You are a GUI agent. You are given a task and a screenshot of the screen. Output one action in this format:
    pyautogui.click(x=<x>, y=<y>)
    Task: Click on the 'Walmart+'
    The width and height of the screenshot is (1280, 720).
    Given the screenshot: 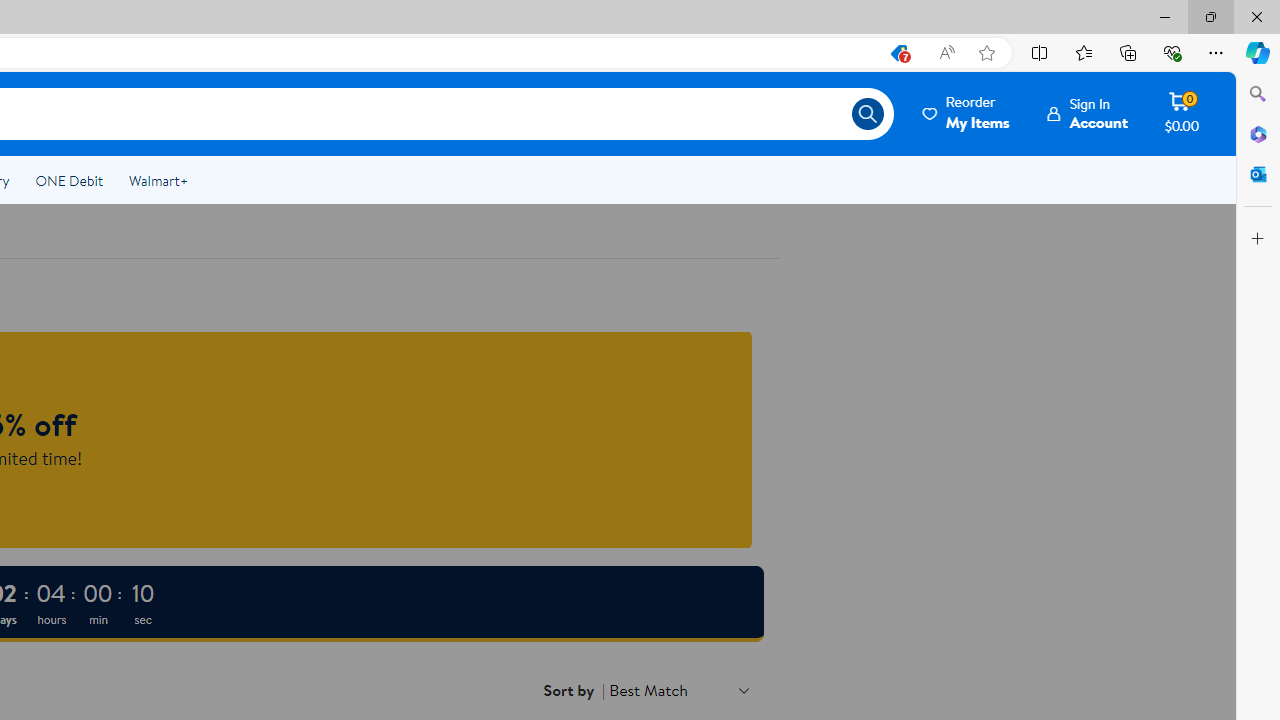 What is the action you would take?
    pyautogui.click(x=157, y=181)
    